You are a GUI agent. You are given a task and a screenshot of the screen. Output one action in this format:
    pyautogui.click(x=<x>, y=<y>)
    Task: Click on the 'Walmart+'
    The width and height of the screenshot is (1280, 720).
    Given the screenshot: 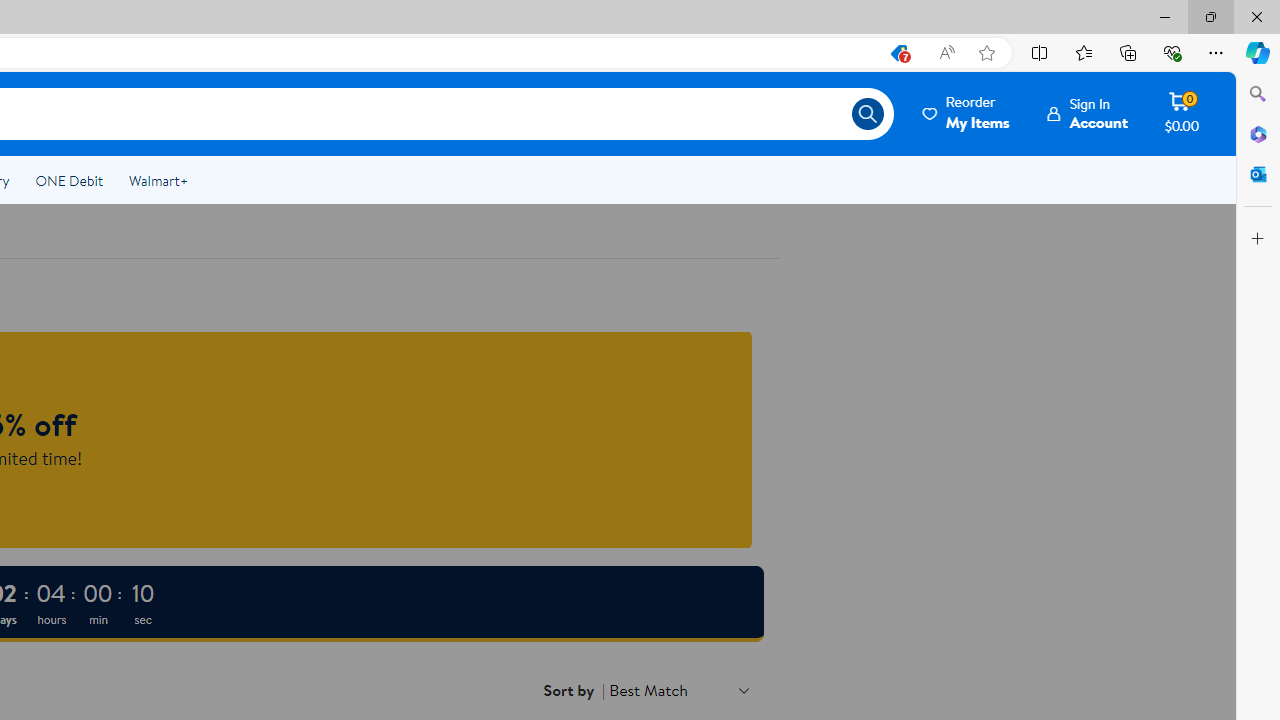 What is the action you would take?
    pyautogui.click(x=157, y=181)
    